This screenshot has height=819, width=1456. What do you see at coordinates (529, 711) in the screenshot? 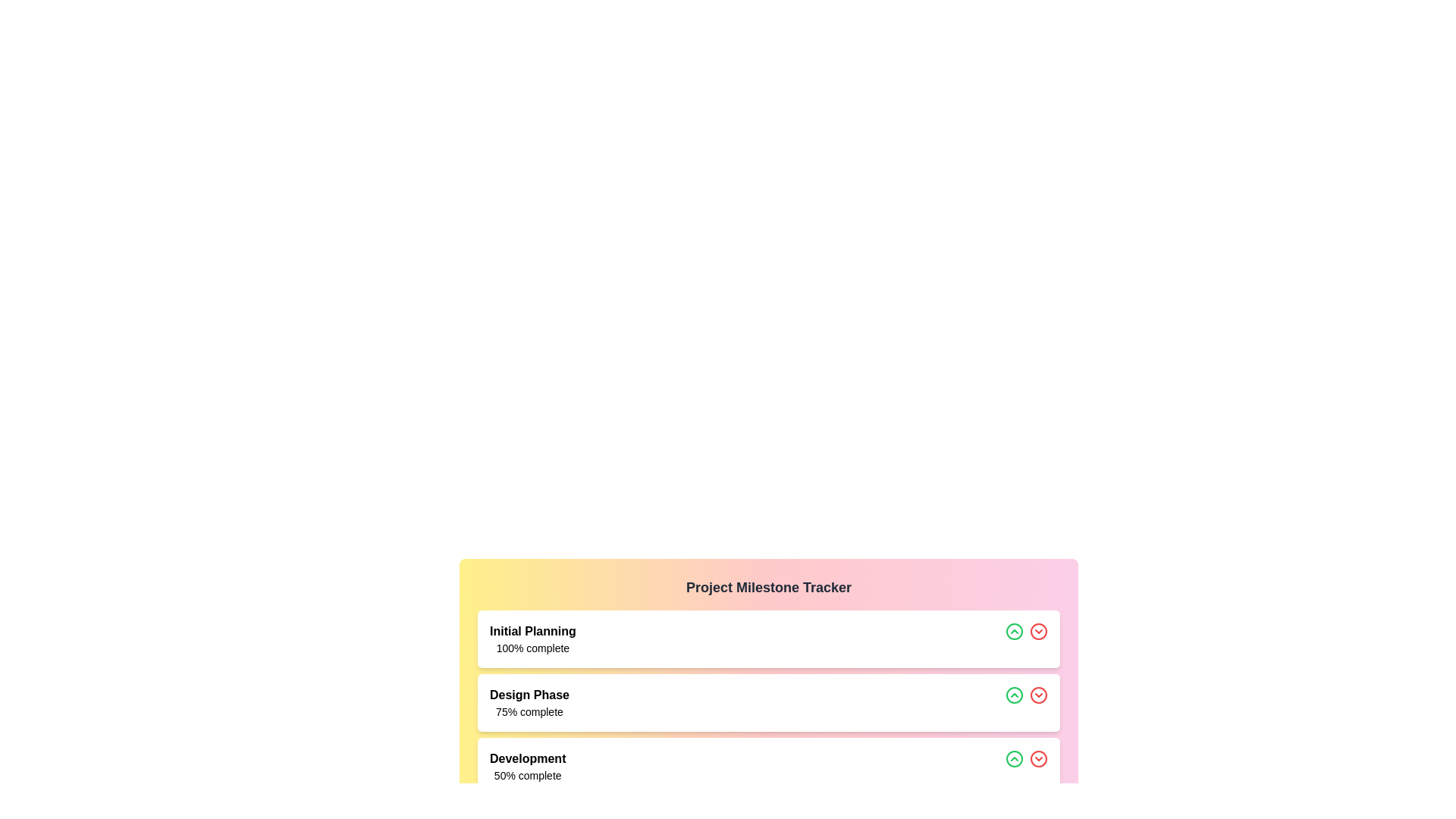
I see `the text label displaying '75% complete', which is located below the bolded text label 'Design Phase' in the milestone tracker` at bounding box center [529, 711].